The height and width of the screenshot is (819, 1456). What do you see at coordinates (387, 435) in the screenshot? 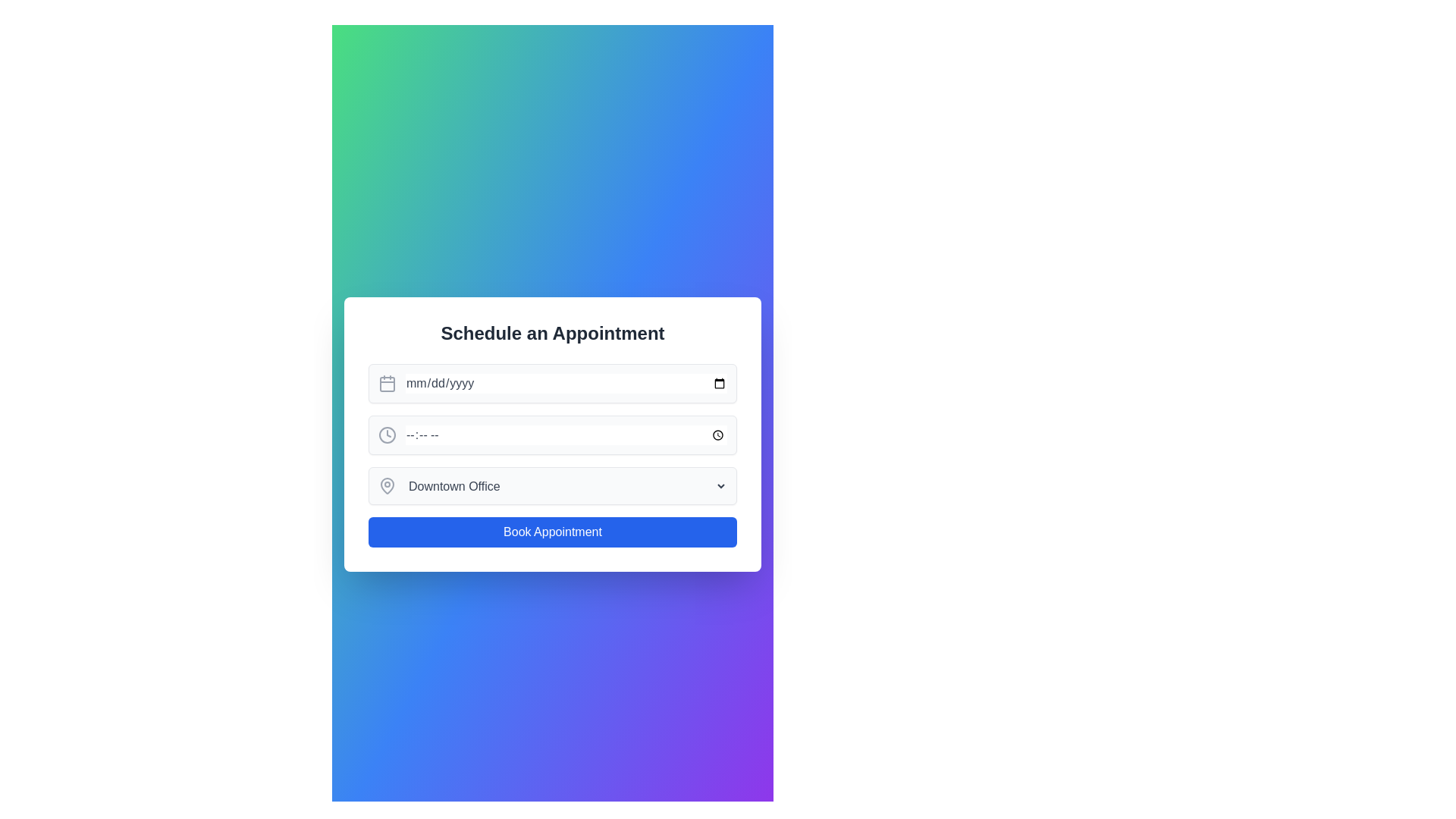
I see `the clock icon element that is part of the time input UI component in the 'Schedule an Appointment' form` at bounding box center [387, 435].